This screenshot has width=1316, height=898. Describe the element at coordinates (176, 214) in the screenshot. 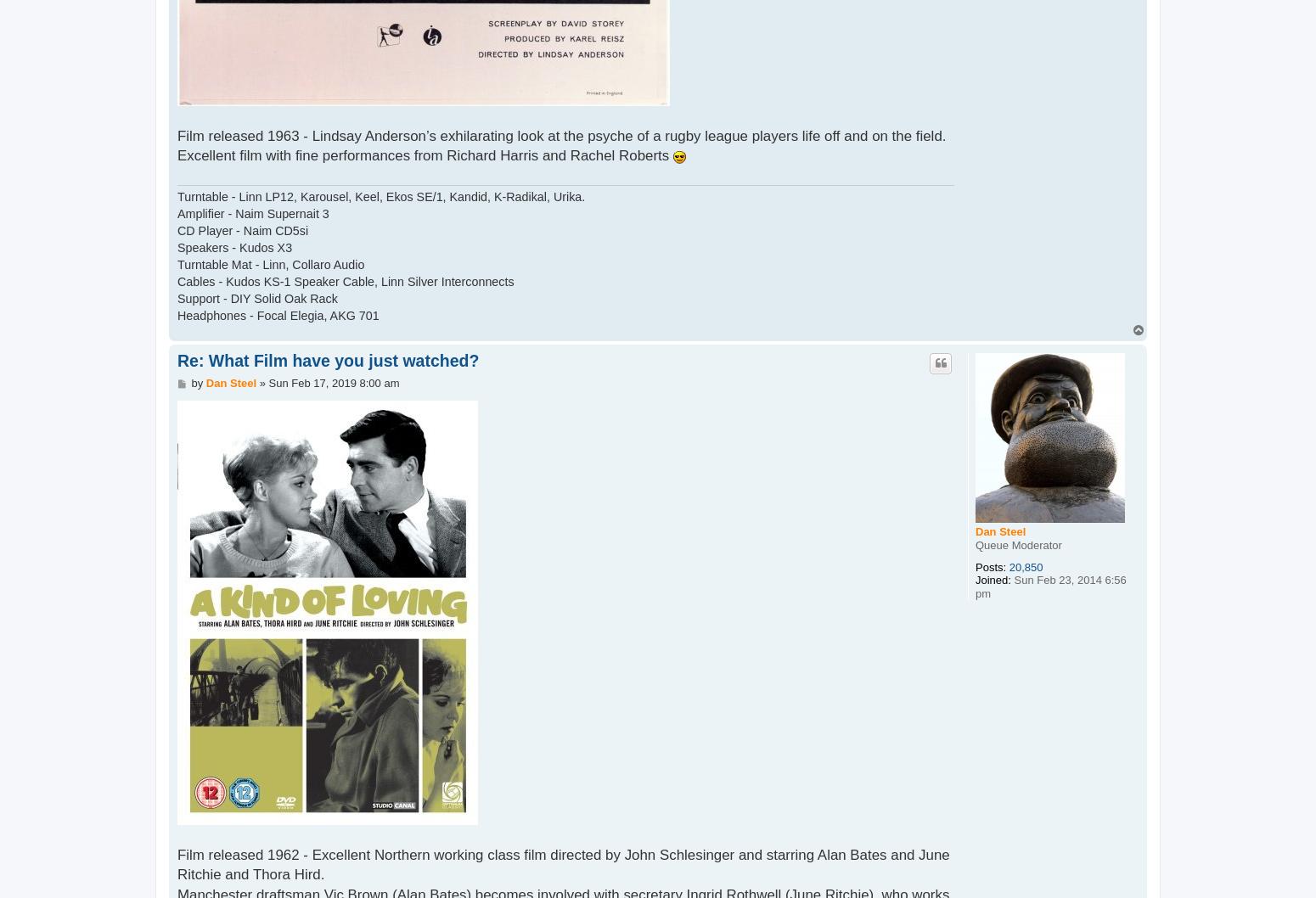

I see `'Amplifier - Naim Supernait 3'` at that location.